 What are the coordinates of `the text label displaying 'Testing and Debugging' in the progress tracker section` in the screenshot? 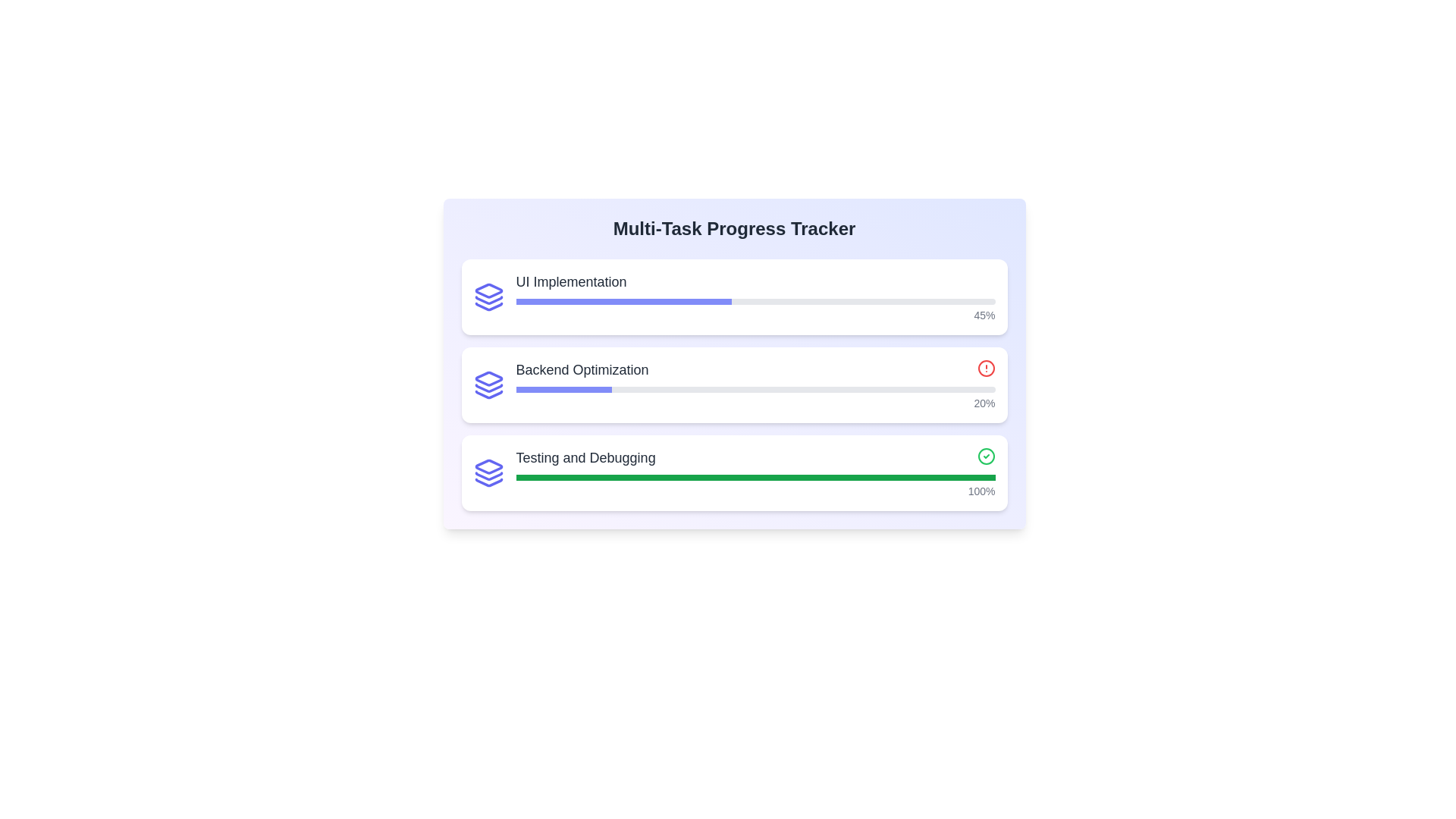 It's located at (585, 457).